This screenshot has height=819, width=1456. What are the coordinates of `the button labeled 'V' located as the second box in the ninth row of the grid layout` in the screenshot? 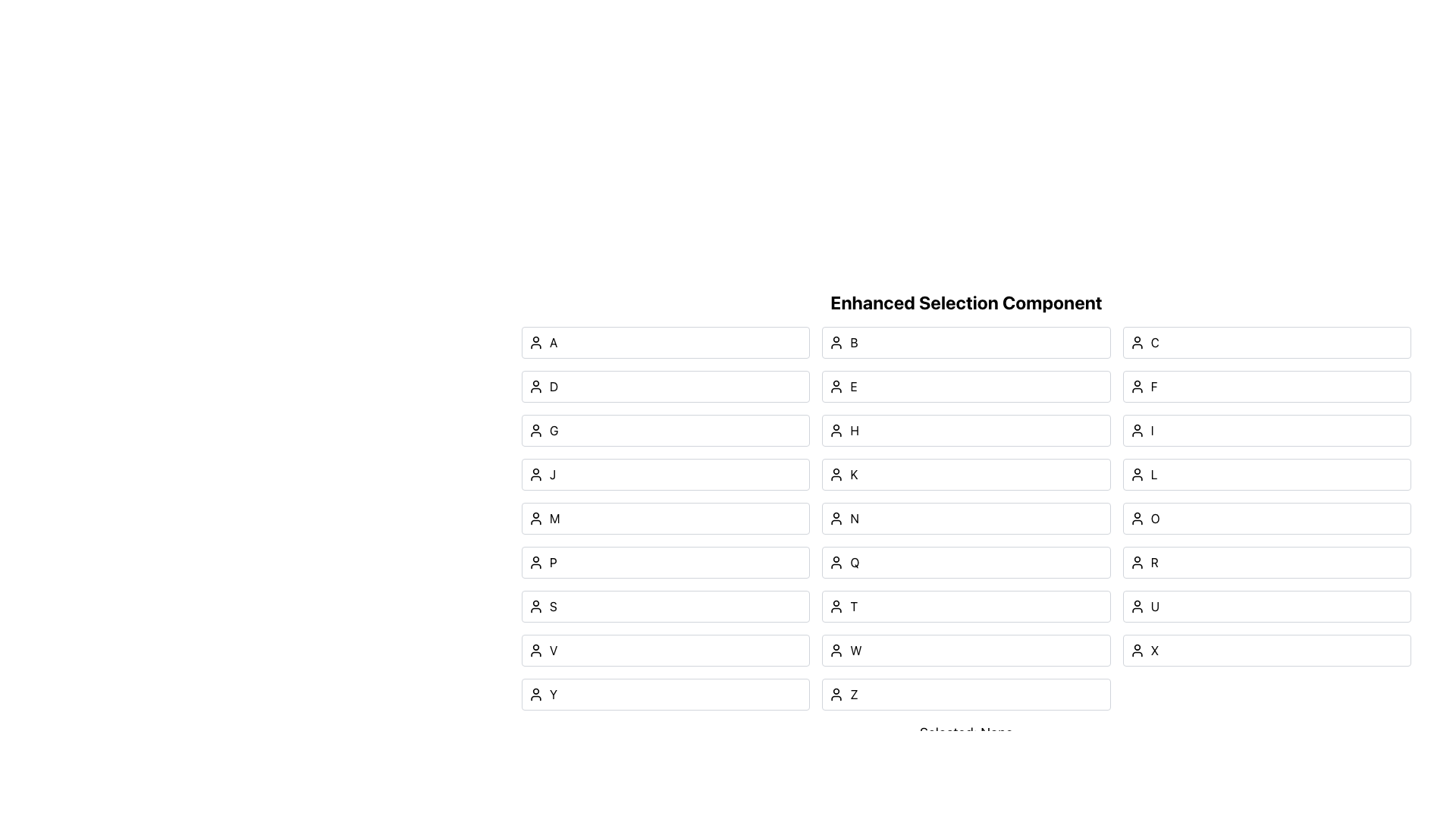 It's located at (666, 649).